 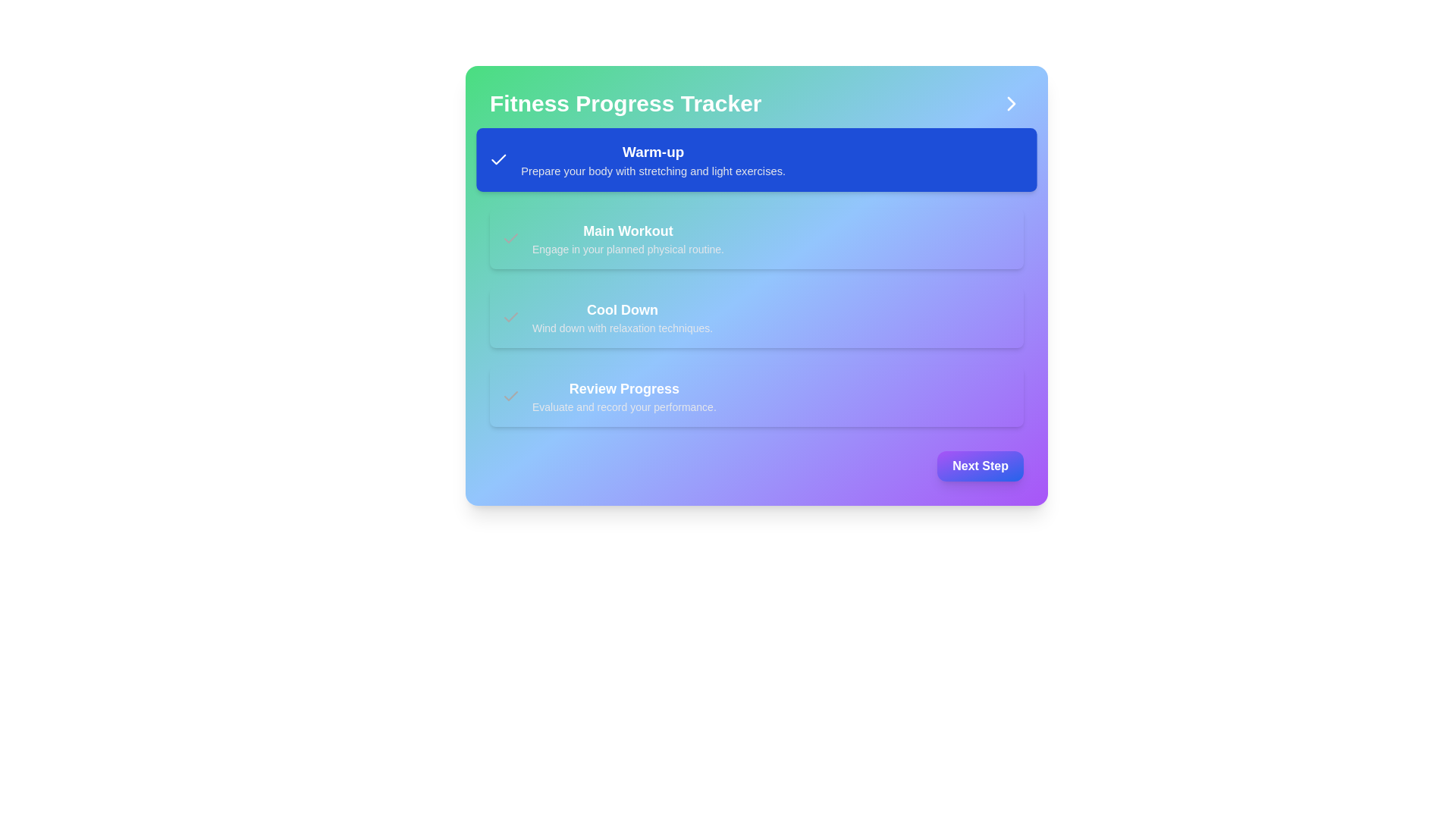 I want to click on the text label that reads 'Wind down with relaxation techniques.', which is positioned below the 'Cool Down' heading and styled in a small, muted light gray font, so click(x=622, y=327).